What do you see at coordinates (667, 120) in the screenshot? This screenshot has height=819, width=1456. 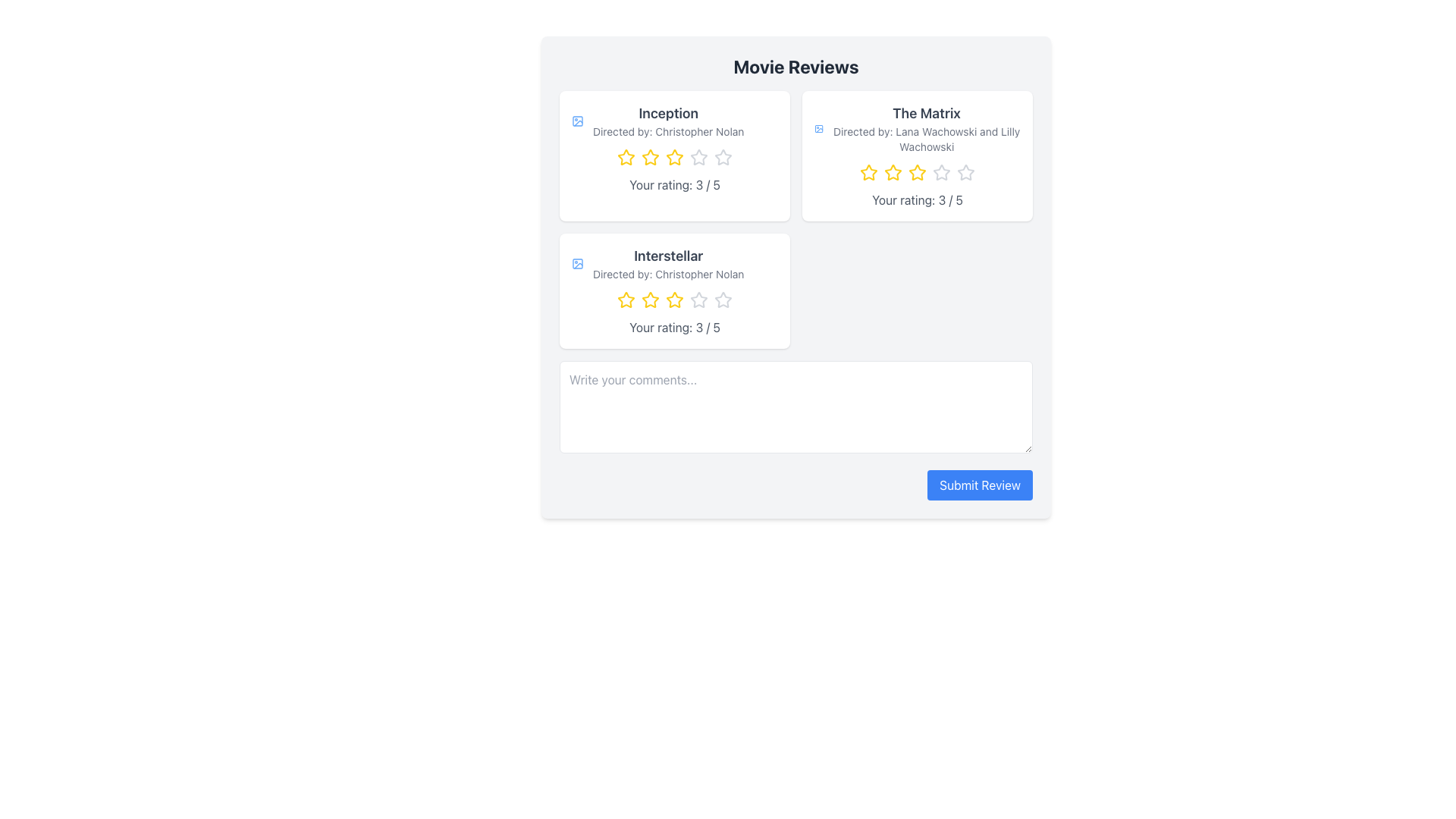 I see `text displayed in the card containing the movie title 'Inception' and the subtitle 'Directed by: Christopher Nolan', located in the top-left quadrant of the interface` at bounding box center [667, 120].